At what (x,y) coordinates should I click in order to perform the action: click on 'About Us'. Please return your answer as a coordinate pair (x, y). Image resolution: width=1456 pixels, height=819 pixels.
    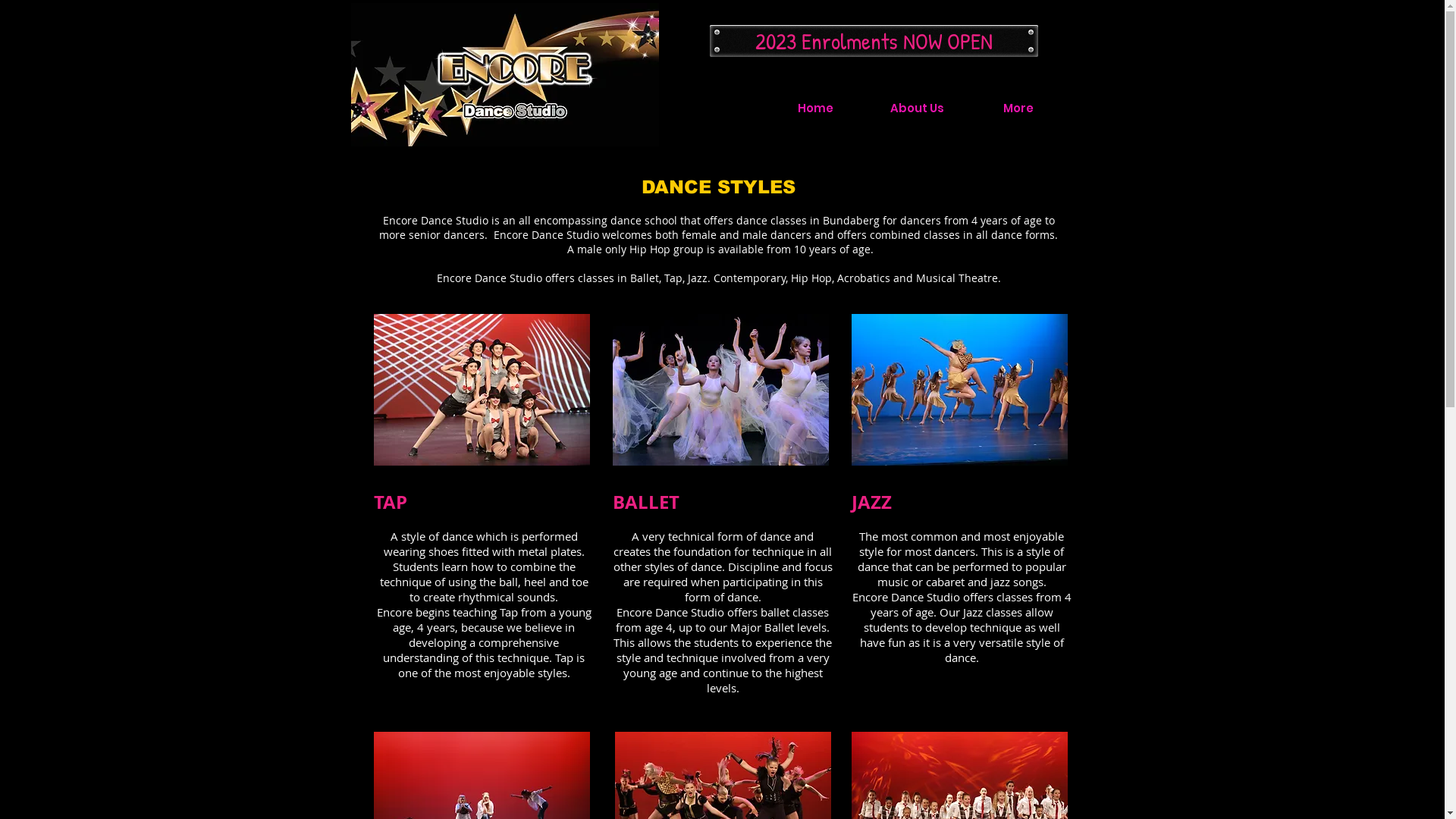
    Looking at the image, I should click on (866, 107).